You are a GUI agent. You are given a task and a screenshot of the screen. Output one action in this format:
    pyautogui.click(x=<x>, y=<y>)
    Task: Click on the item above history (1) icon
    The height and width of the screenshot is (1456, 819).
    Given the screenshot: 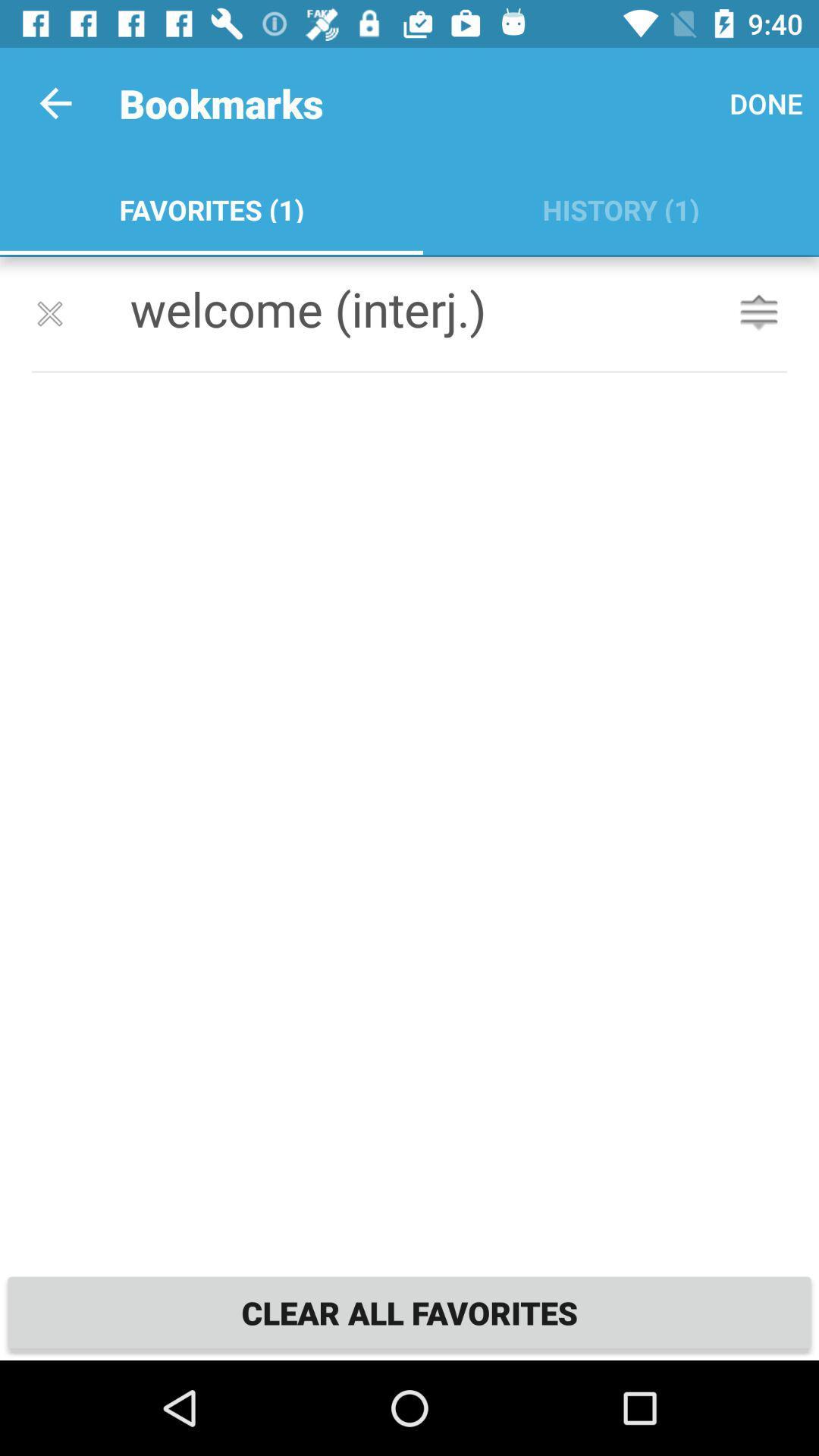 What is the action you would take?
    pyautogui.click(x=766, y=102)
    